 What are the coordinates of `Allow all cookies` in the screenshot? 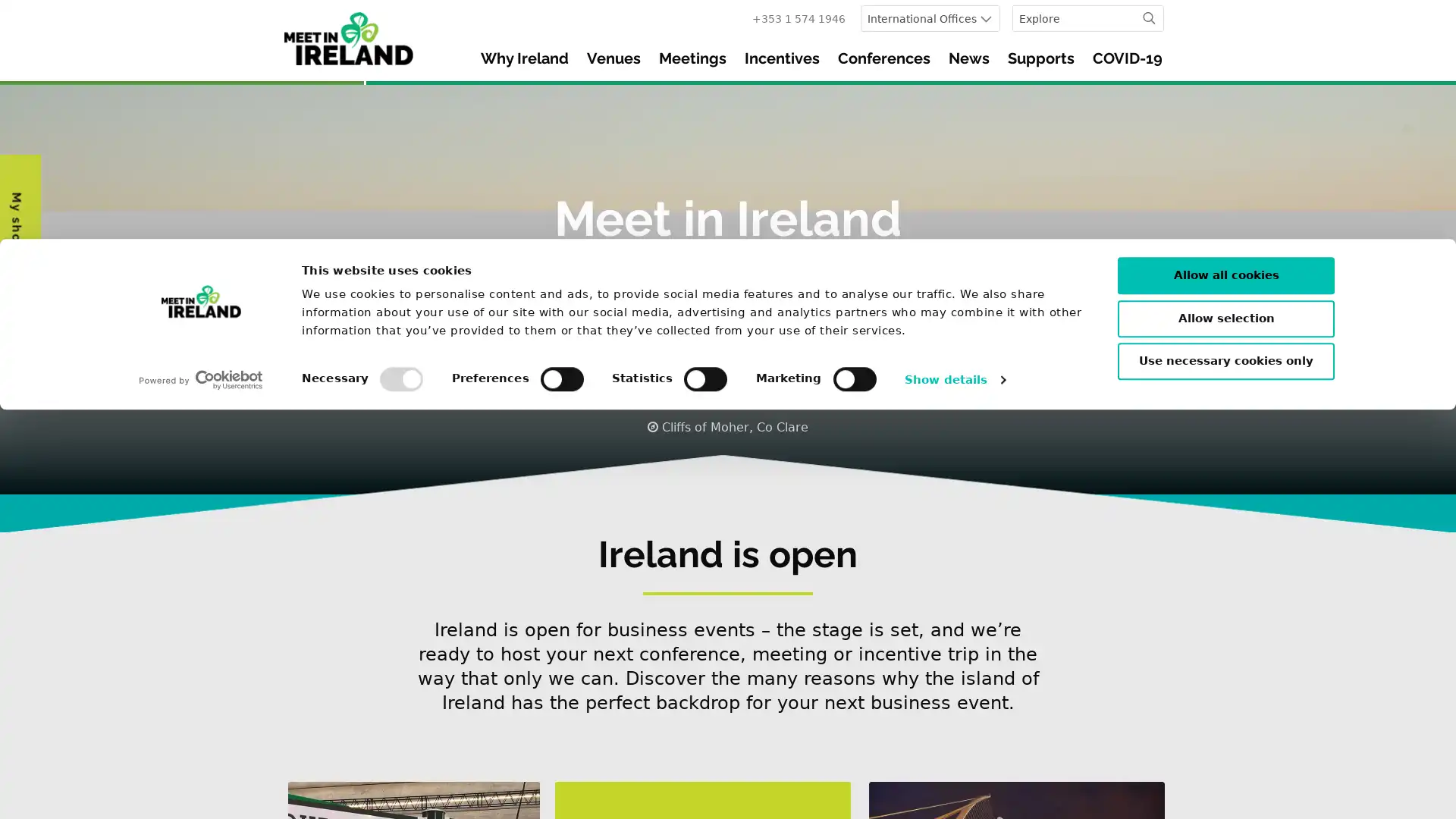 It's located at (1226, 685).